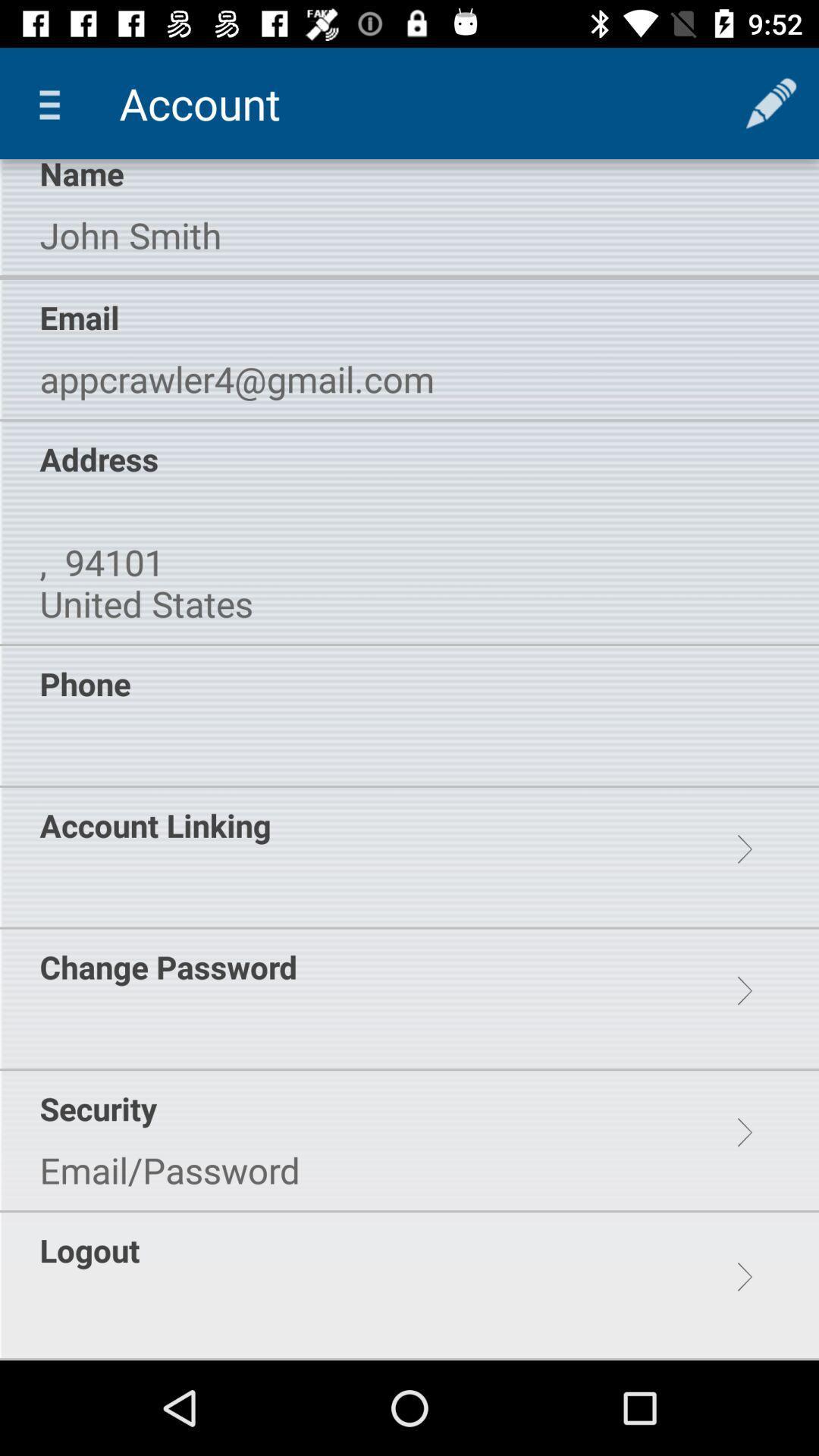 This screenshot has width=819, height=1456. What do you see at coordinates (55, 102) in the screenshot?
I see `the item above the name icon` at bounding box center [55, 102].